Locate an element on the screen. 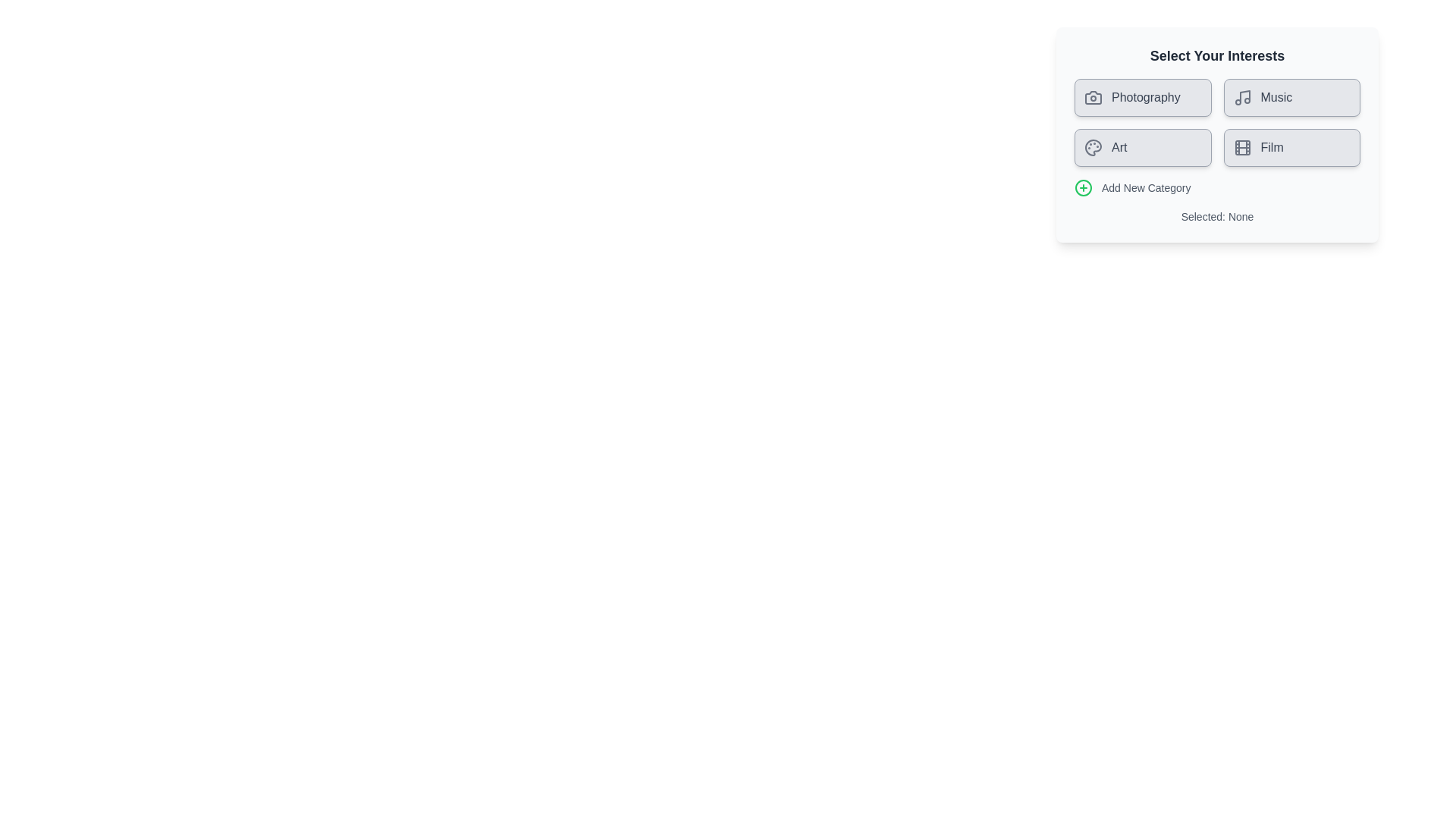 The height and width of the screenshot is (819, 1456). the category chip labeled Film is located at coordinates (1291, 148).